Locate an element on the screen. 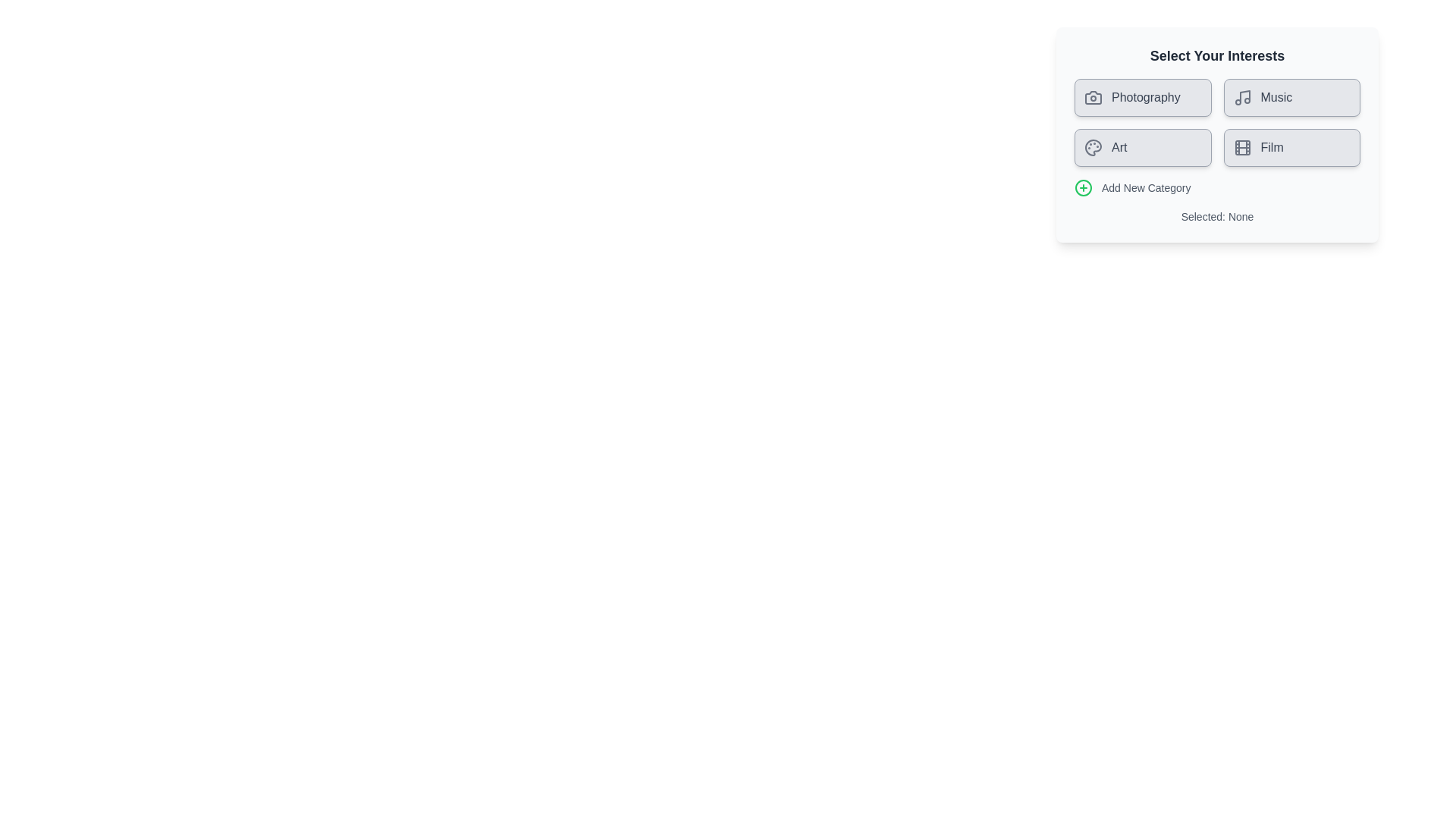 The height and width of the screenshot is (819, 1456). the category chip labeled Film is located at coordinates (1291, 148).